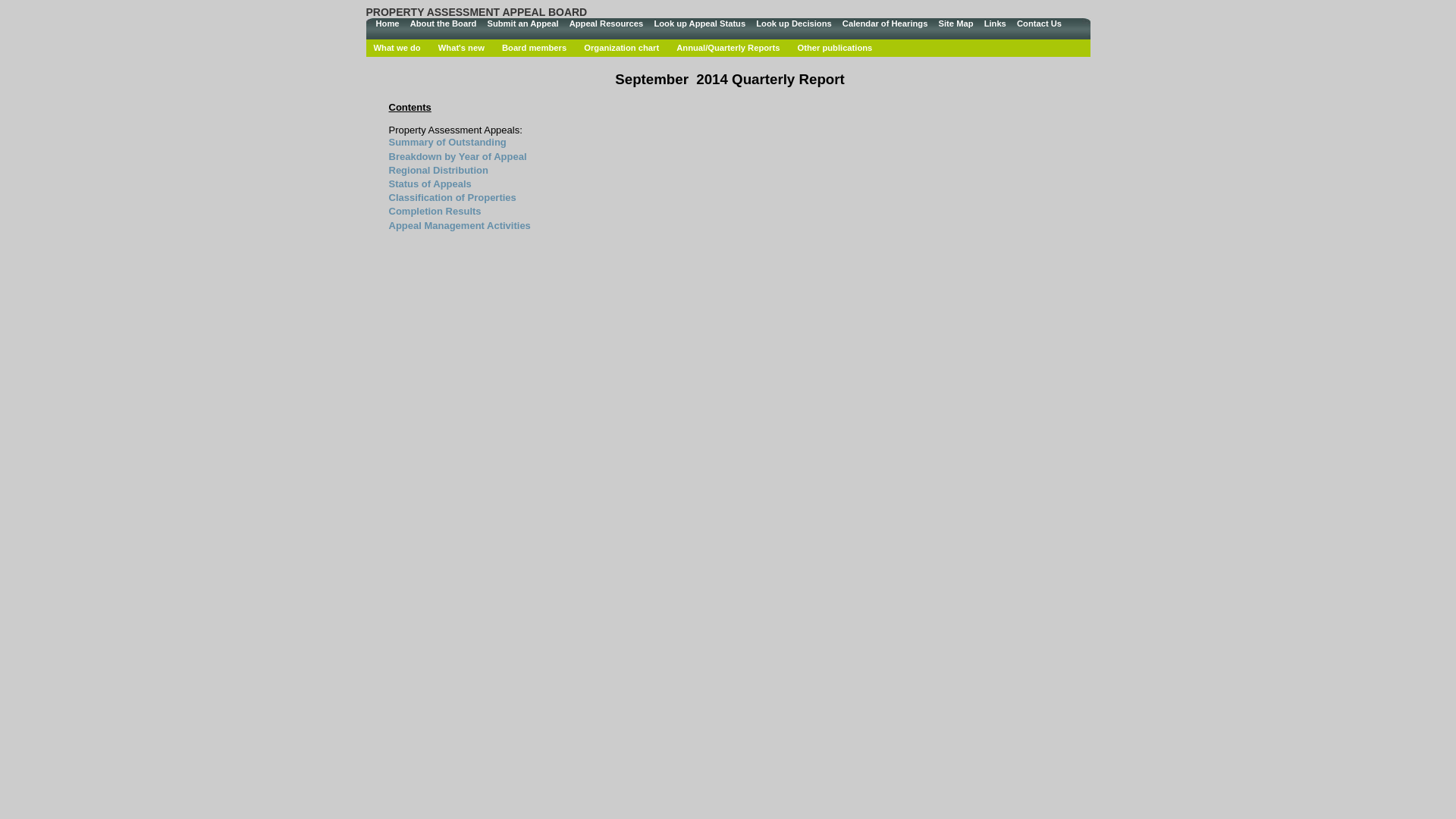 This screenshot has height=819, width=1456. I want to click on 'Submit an Appeal', so click(522, 24).